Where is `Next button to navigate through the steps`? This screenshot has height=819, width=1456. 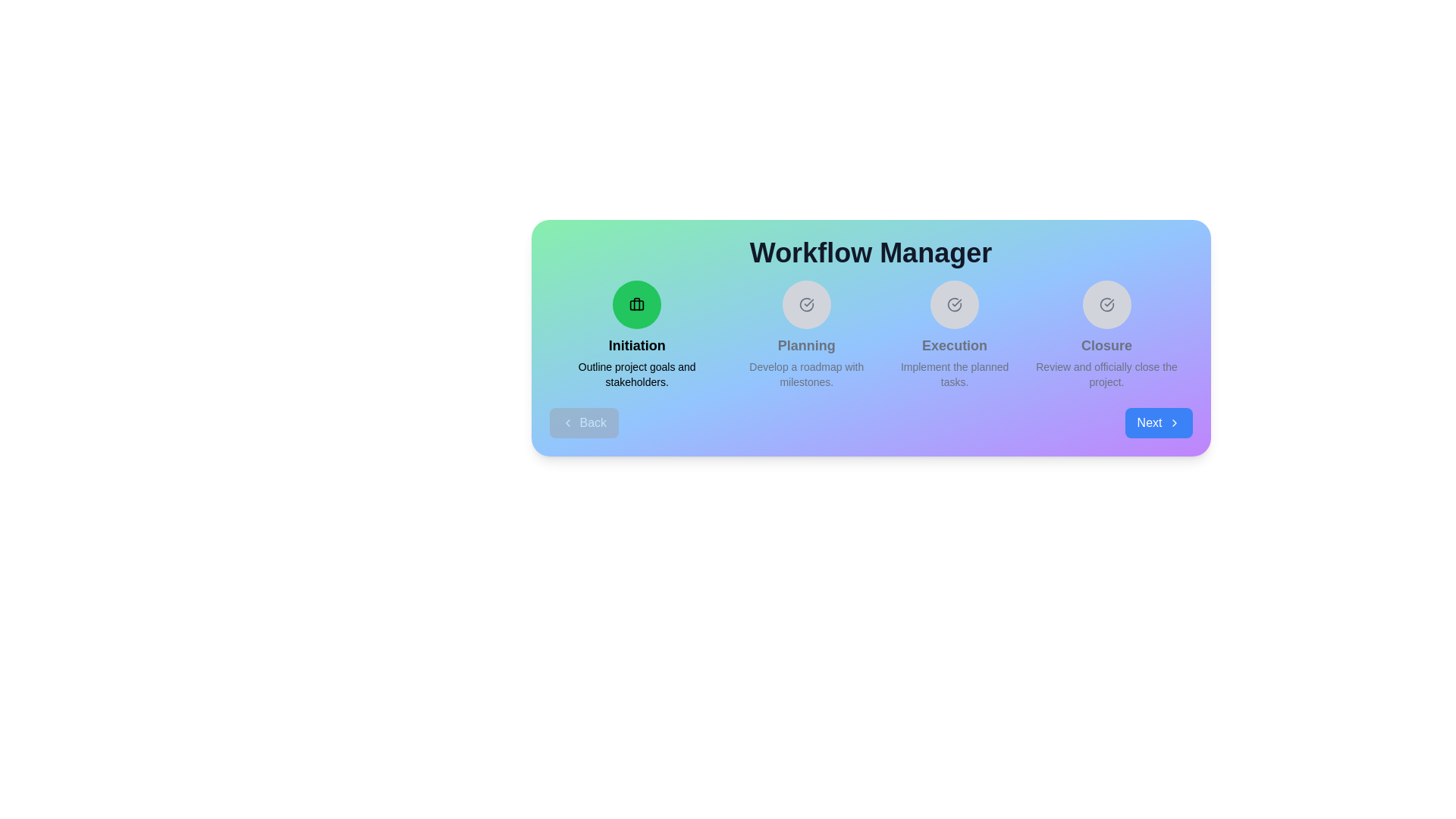 Next button to navigate through the steps is located at coordinates (1158, 423).